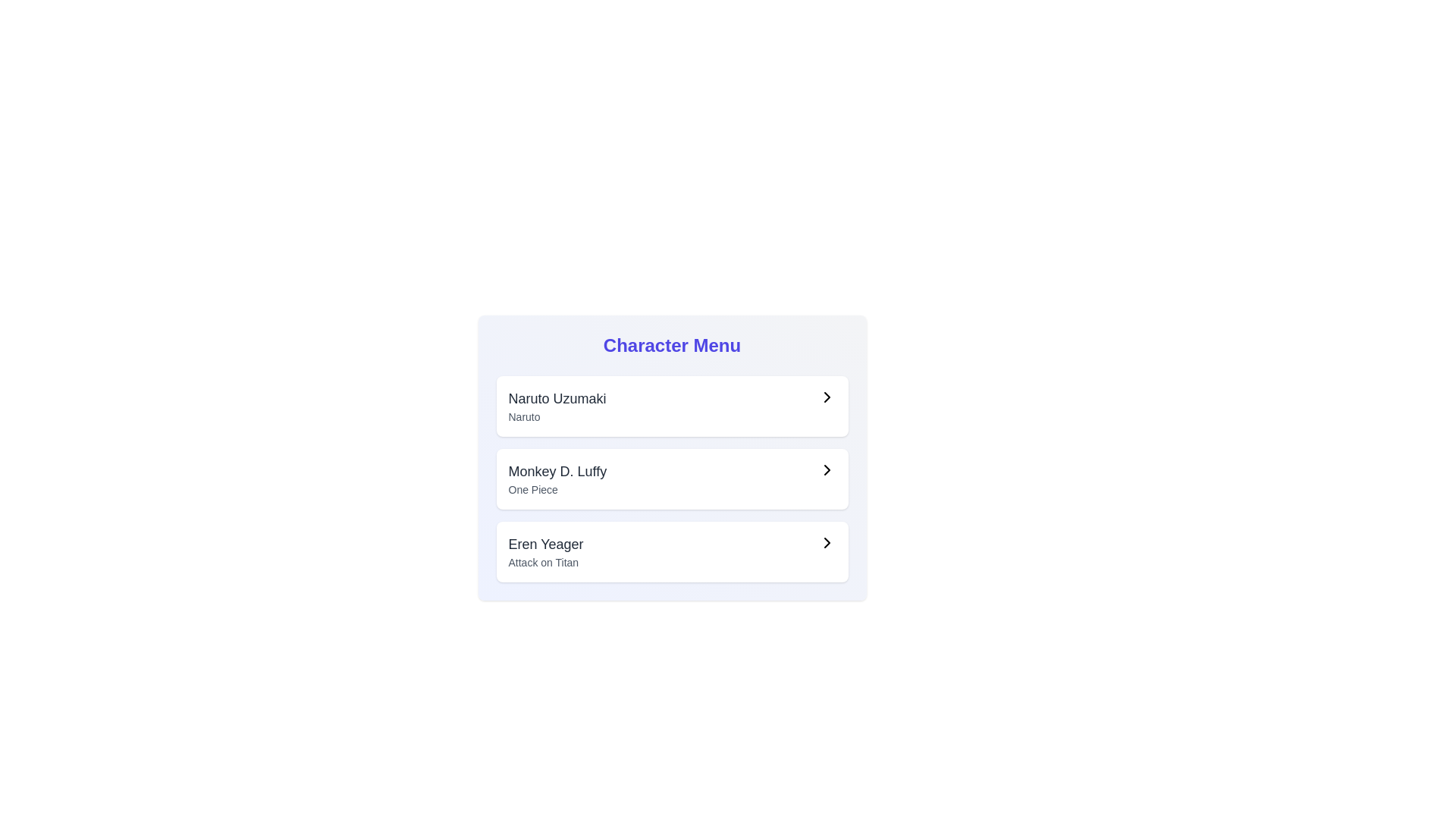 This screenshot has height=819, width=1456. I want to click on the second list item with navigation labeled 'Monkey D. Luffy', so click(671, 457).